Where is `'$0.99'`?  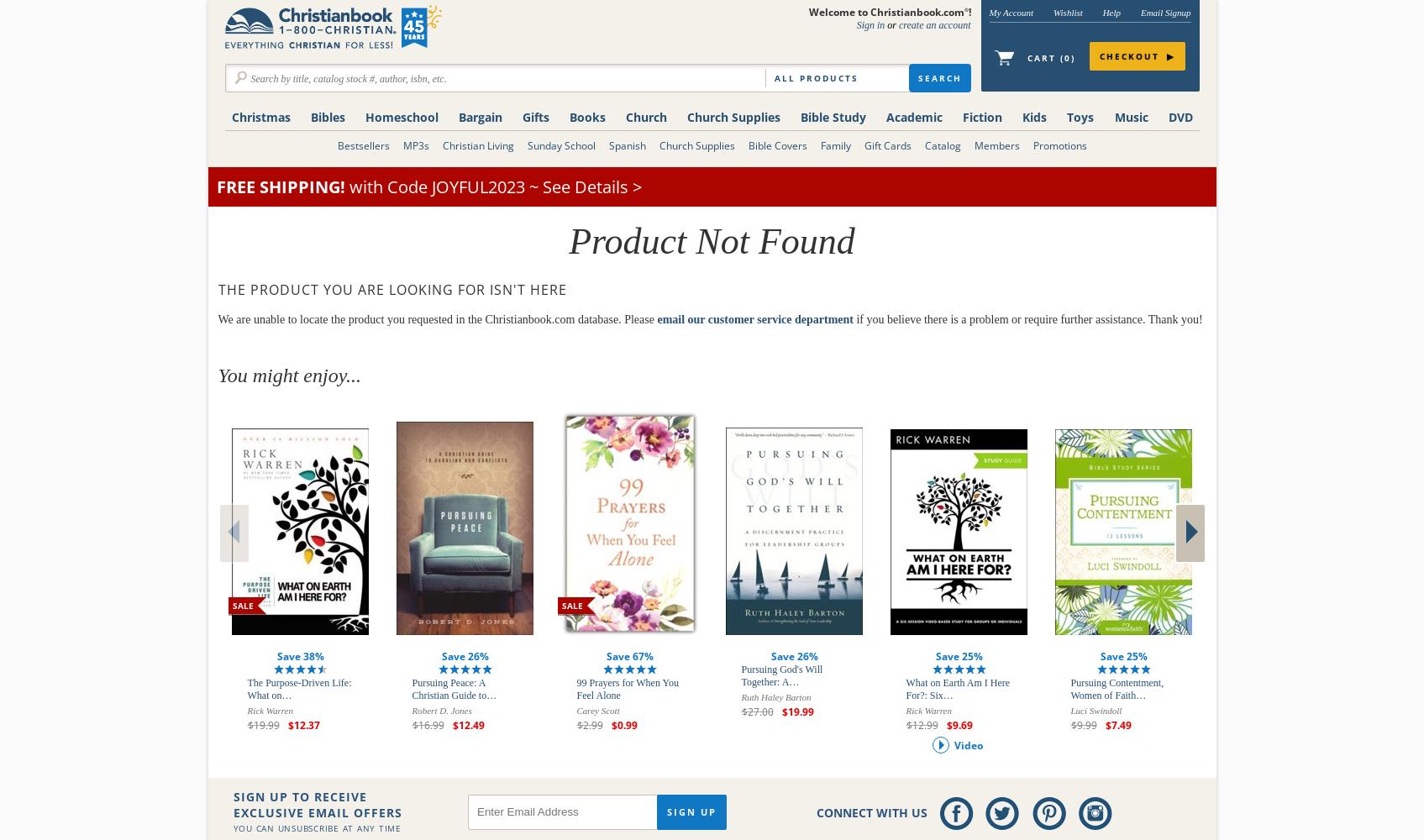
'$0.99' is located at coordinates (623, 724).